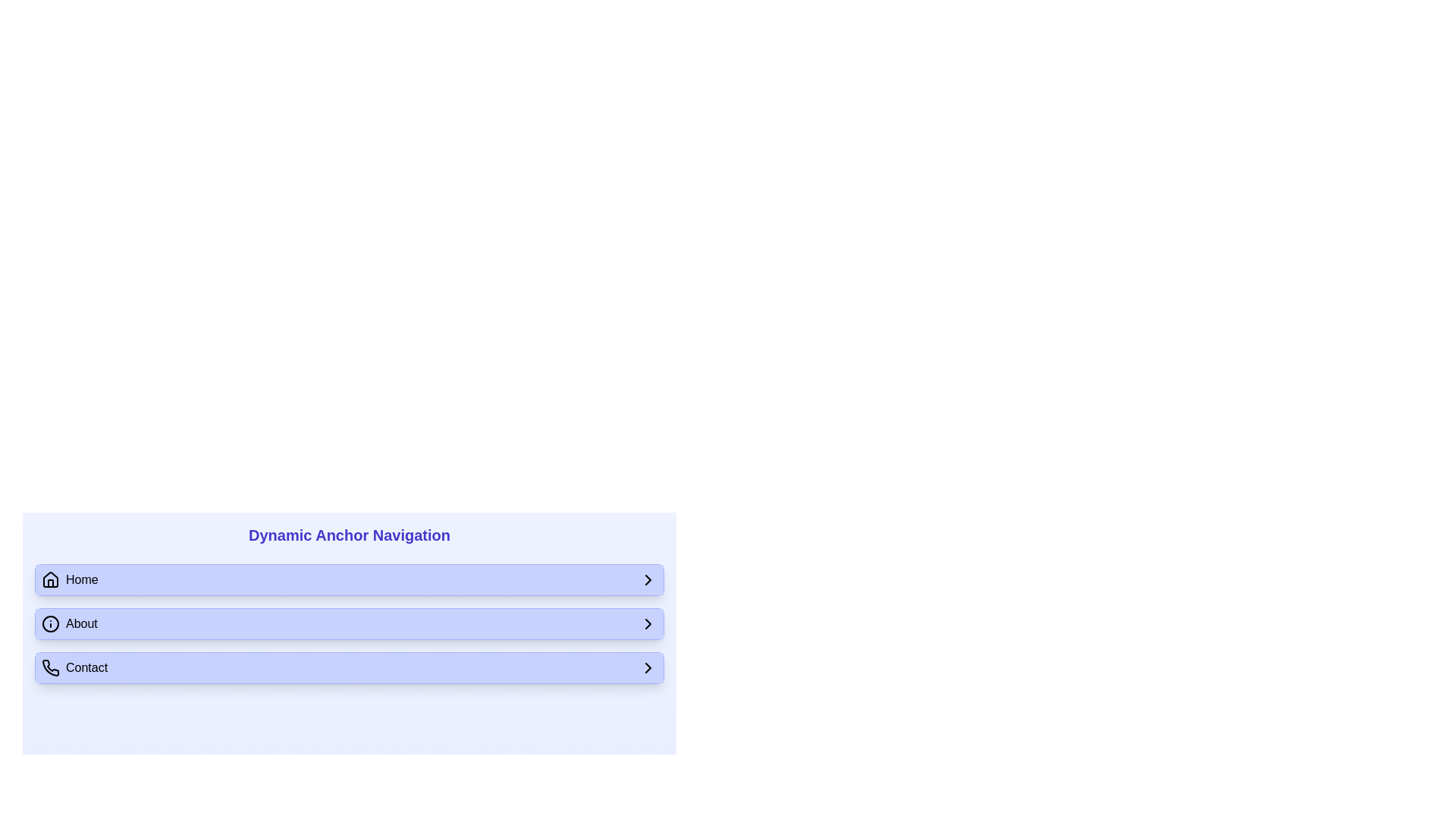 The image size is (1456, 819). I want to click on the 'About' navigation button, which is a light indigo rectangular button with rounded corners, located below the 'Home' button in the vertical list of navigation buttons, so click(348, 623).